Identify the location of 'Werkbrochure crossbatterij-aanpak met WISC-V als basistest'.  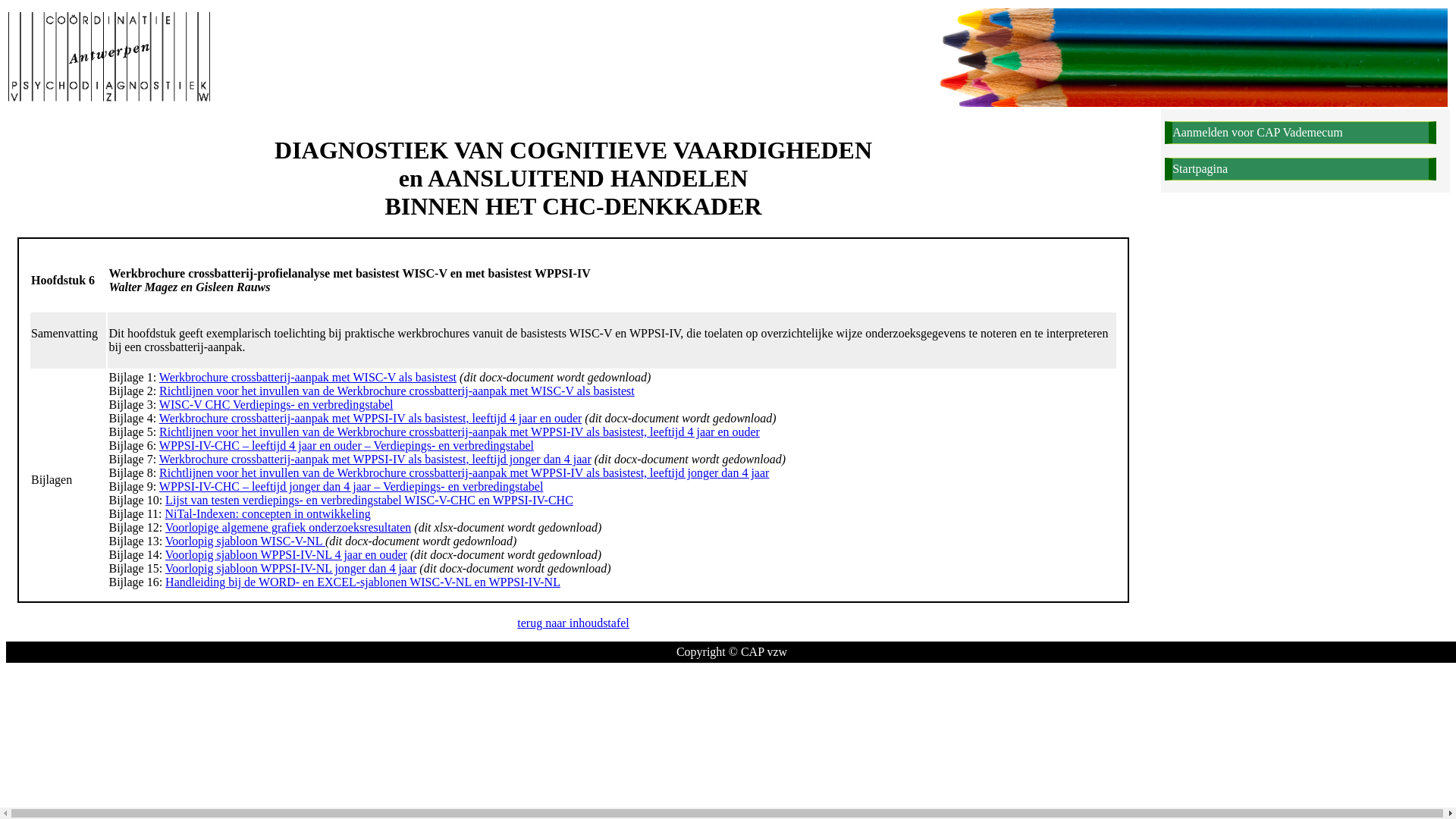
(307, 376).